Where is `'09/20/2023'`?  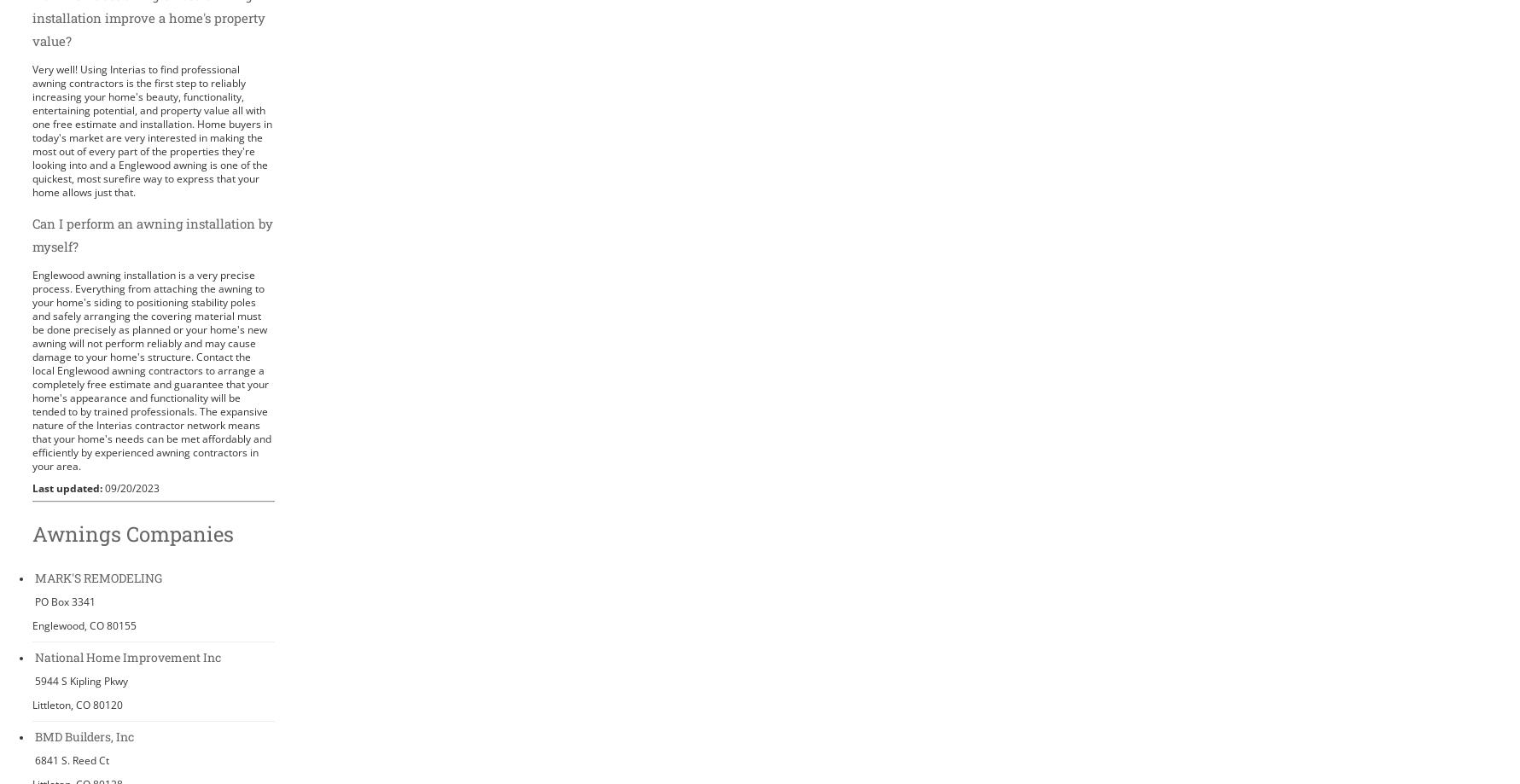 '09/20/2023' is located at coordinates (131, 487).